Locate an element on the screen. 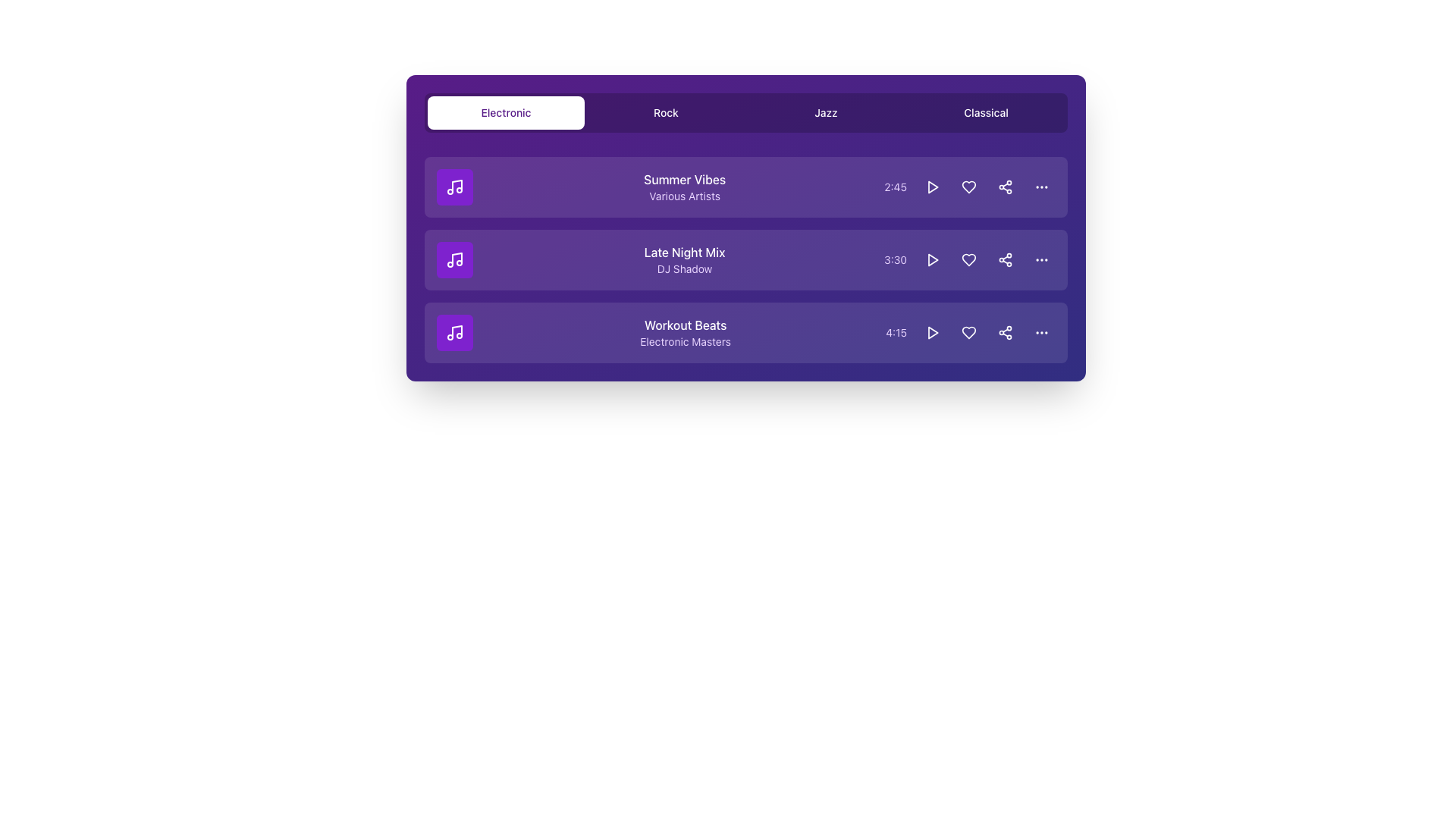 The width and height of the screenshot is (1456, 819). the circular purple button with a play icon located is located at coordinates (931, 332).